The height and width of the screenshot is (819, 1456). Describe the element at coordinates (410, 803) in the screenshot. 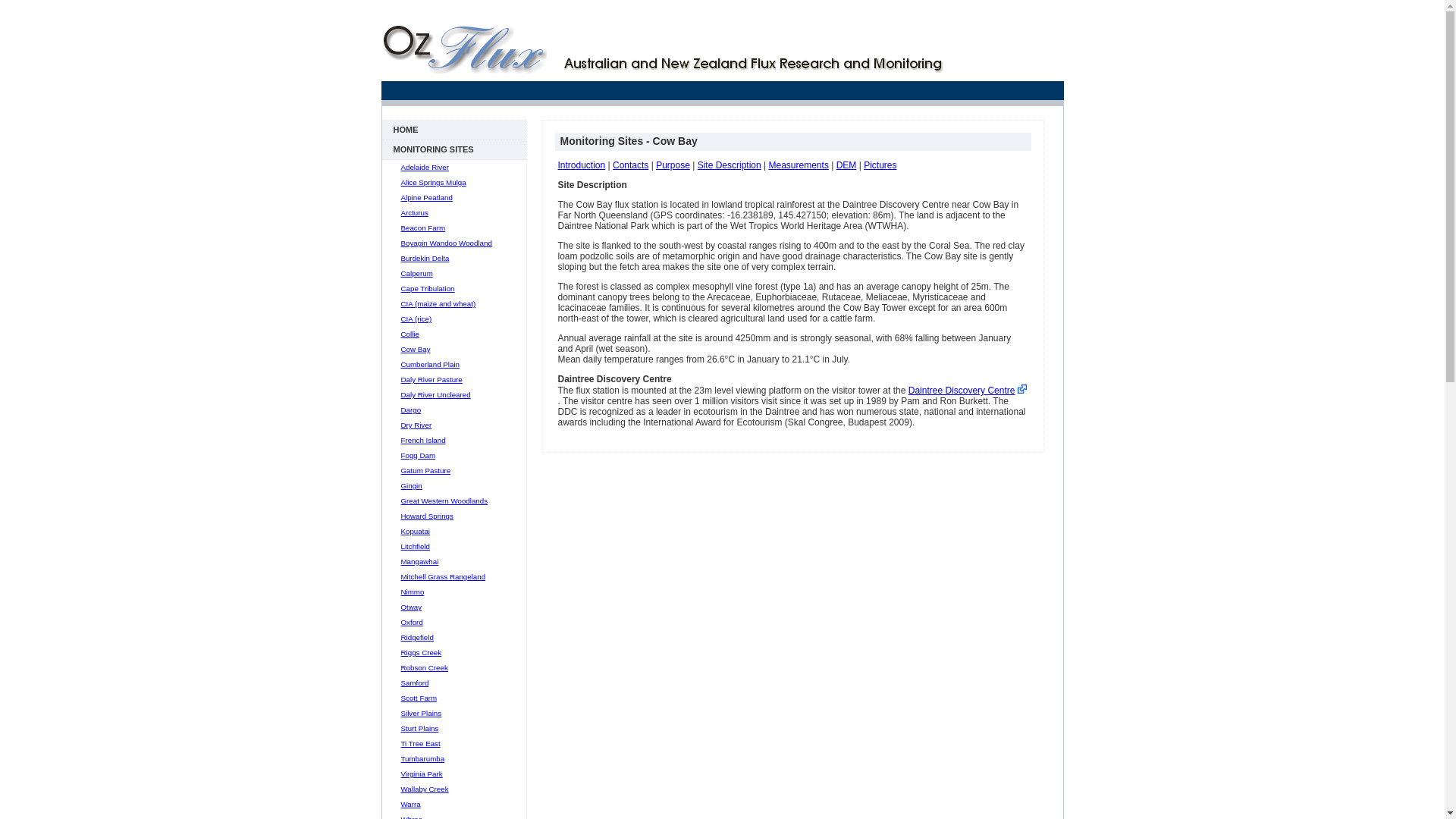

I see `'Warra'` at that location.